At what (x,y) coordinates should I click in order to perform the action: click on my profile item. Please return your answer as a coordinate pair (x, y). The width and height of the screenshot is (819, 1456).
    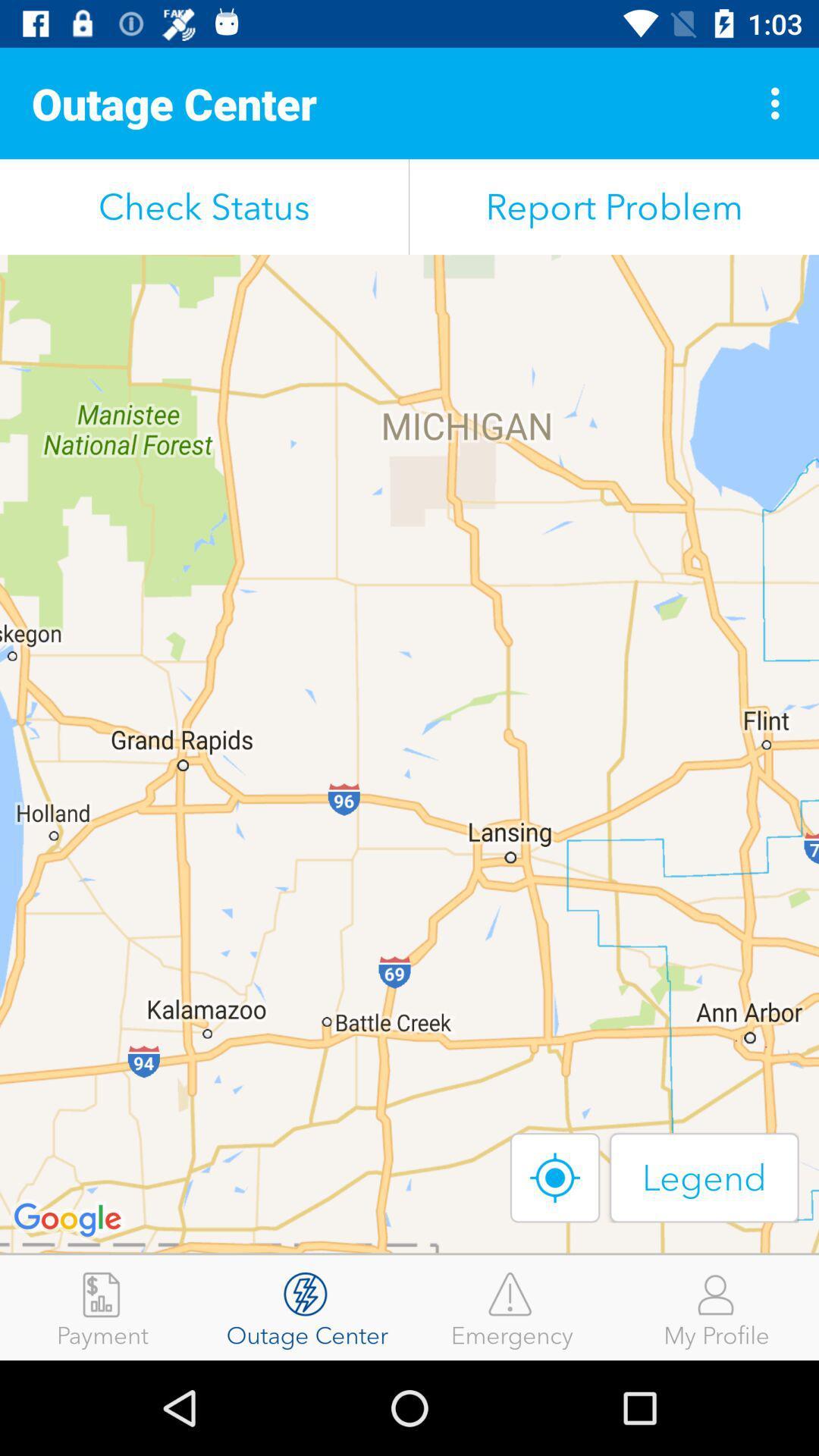
    Looking at the image, I should click on (717, 1307).